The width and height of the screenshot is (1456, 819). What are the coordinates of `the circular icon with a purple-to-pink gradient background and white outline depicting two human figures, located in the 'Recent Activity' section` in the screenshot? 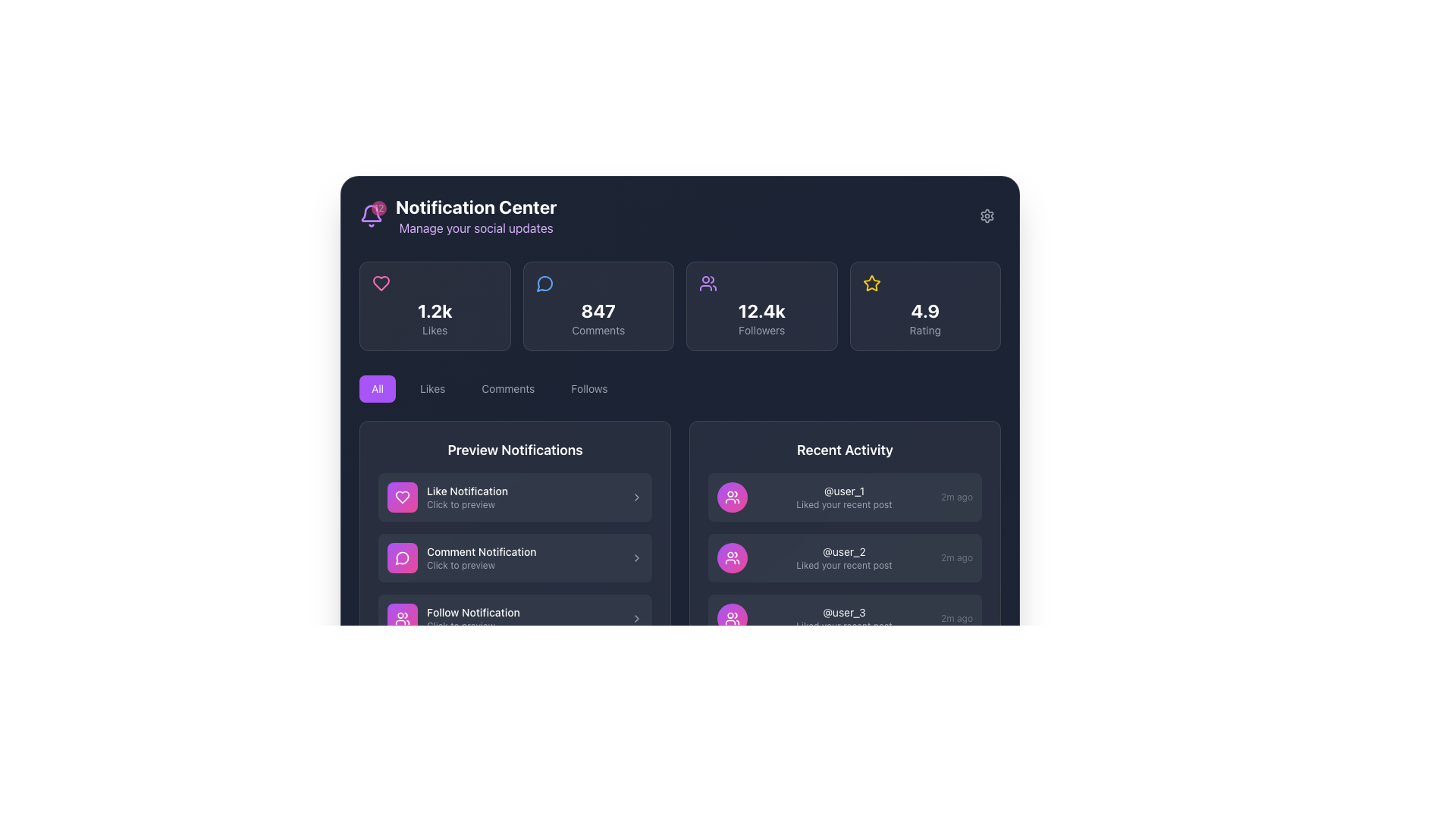 It's located at (732, 558).